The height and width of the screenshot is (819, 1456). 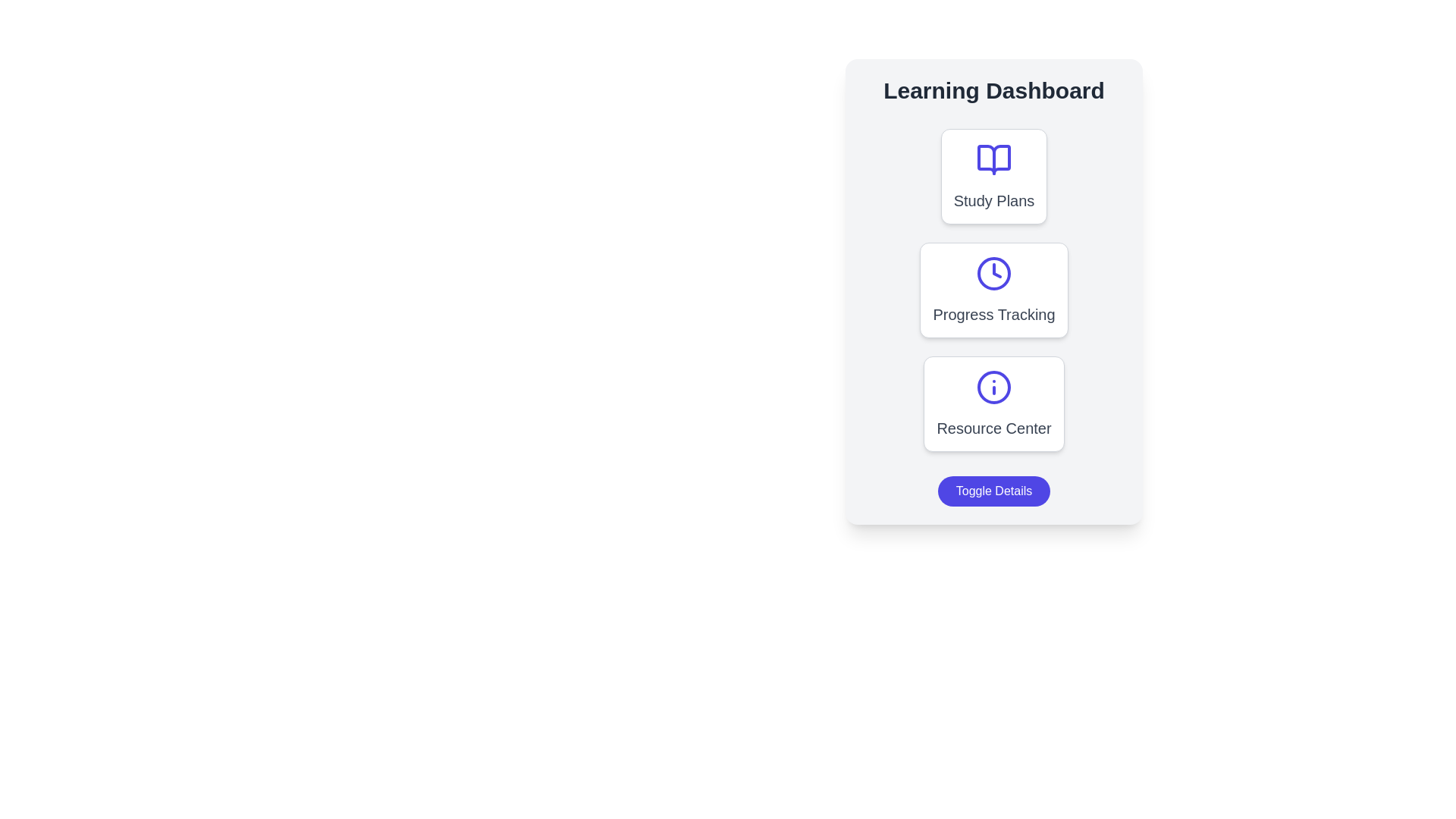 I want to click on the 'Progress Tracking' text label which is styled with large, medium weight gray font and is located in the second card of the vertically stacked panel, so click(x=993, y=314).